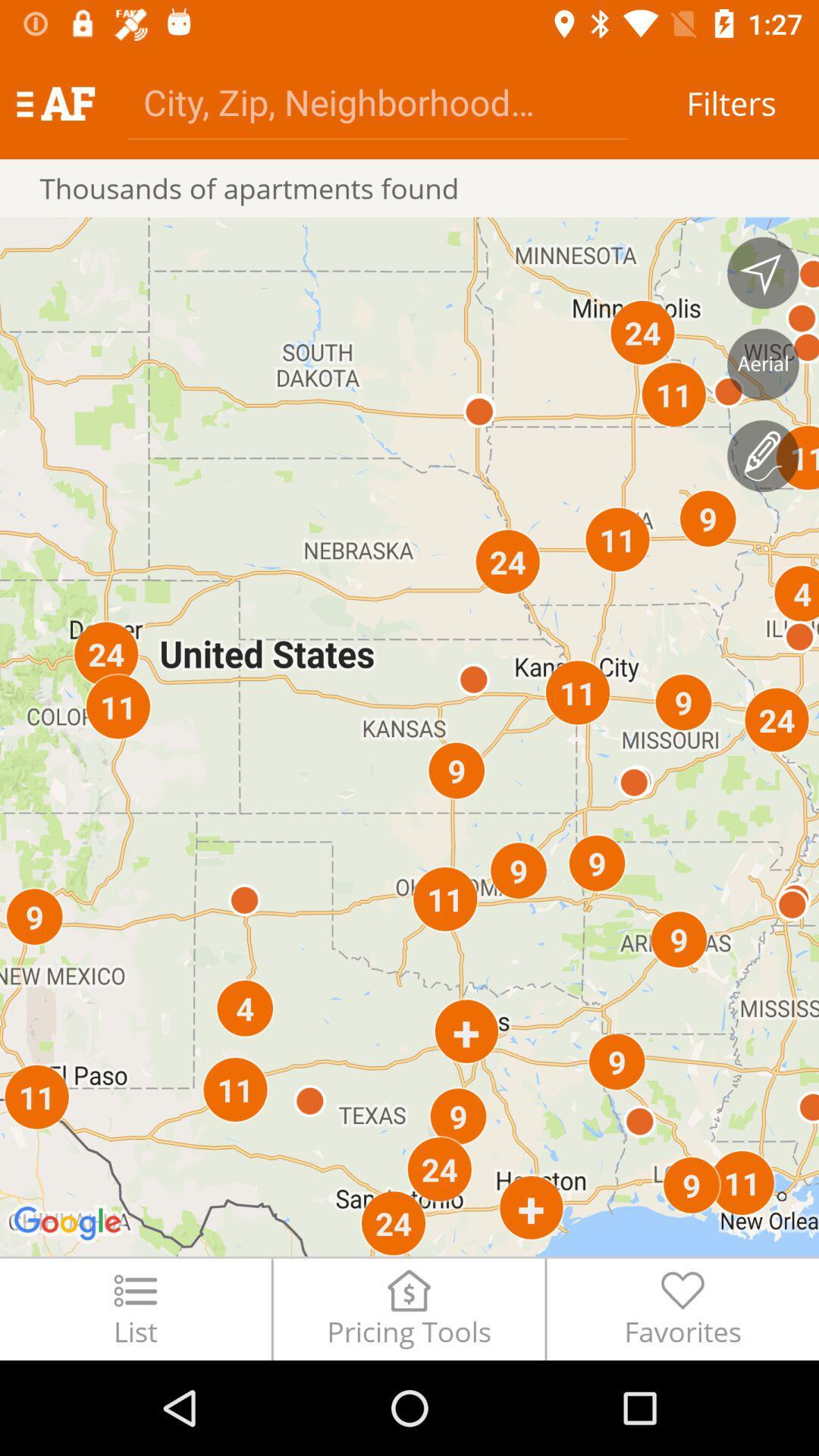 This screenshot has width=819, height=1456. I want to click on item to the right of pricing tools, so click(682, 1308).